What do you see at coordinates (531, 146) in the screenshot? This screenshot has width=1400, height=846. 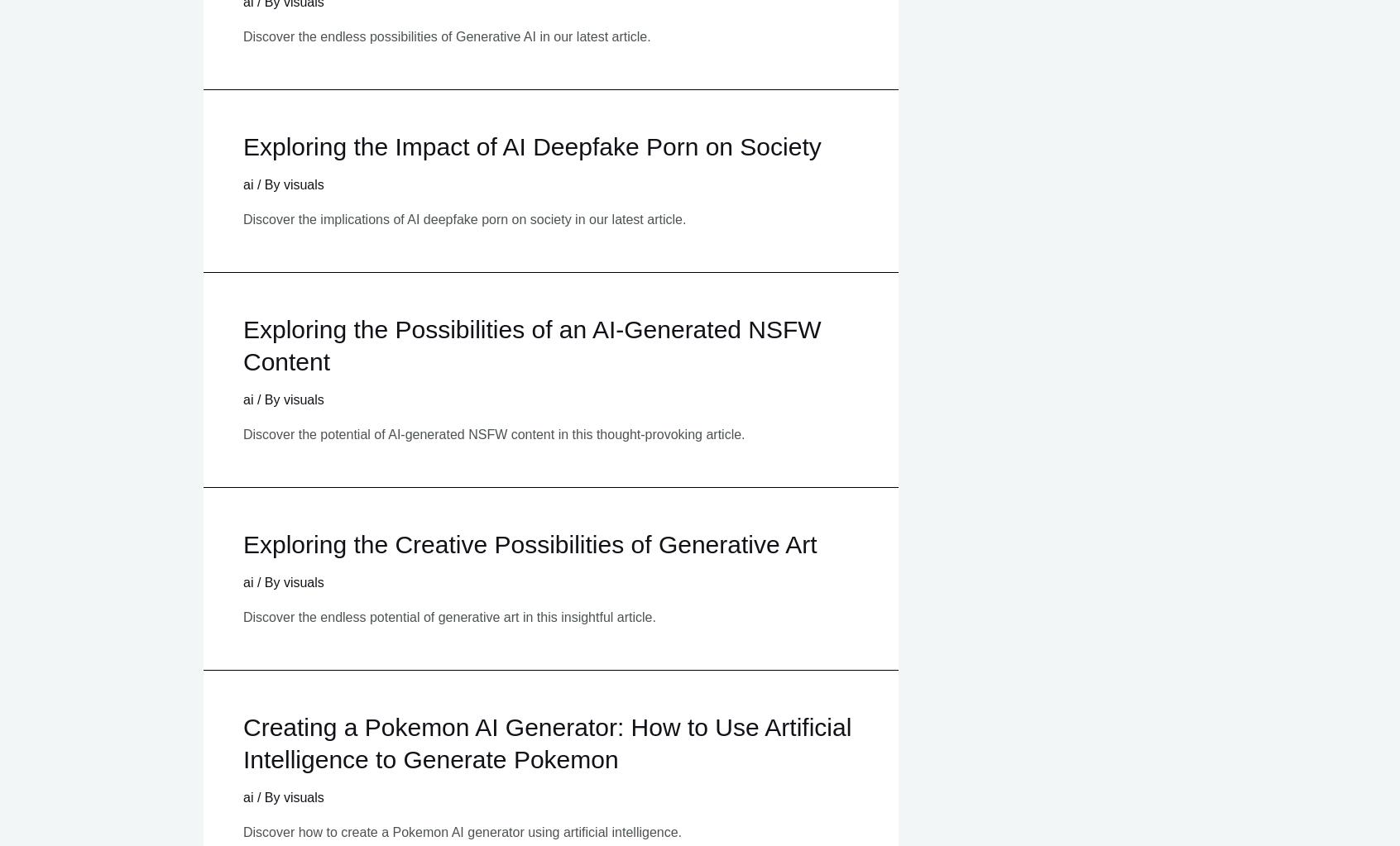 I see `'Exploring the Impact of AI Deepfake Porn on Society'` at bounding box center [531, 146].